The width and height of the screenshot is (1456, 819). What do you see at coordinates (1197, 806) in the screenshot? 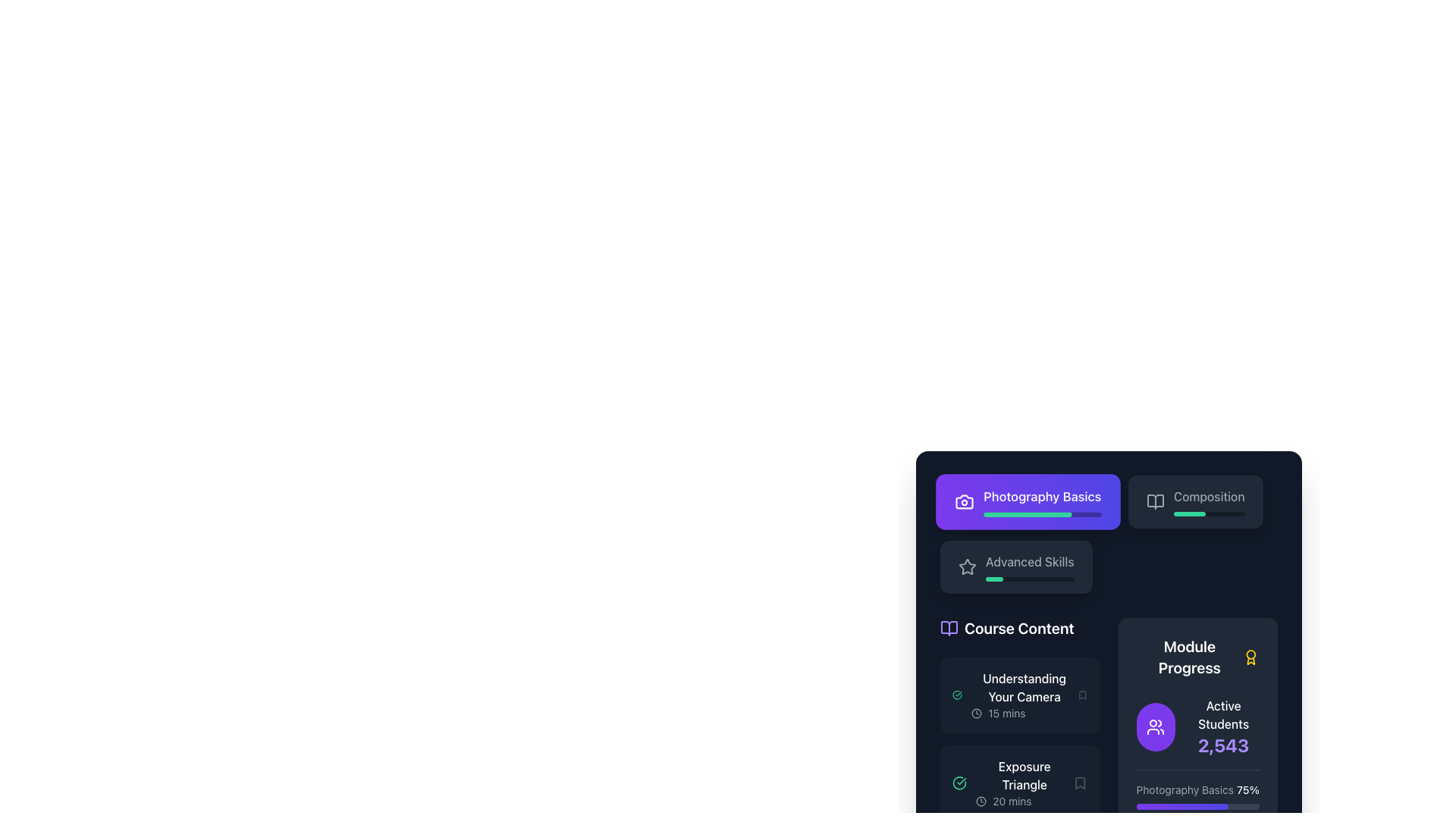
I see `Progress bar element located in the 'Module Progress' section, which is styled with a gray background and a gradient foreground indicating 75% completion, positioned below 'Photography Basics 75%'` at bounding box center [1197, 806].